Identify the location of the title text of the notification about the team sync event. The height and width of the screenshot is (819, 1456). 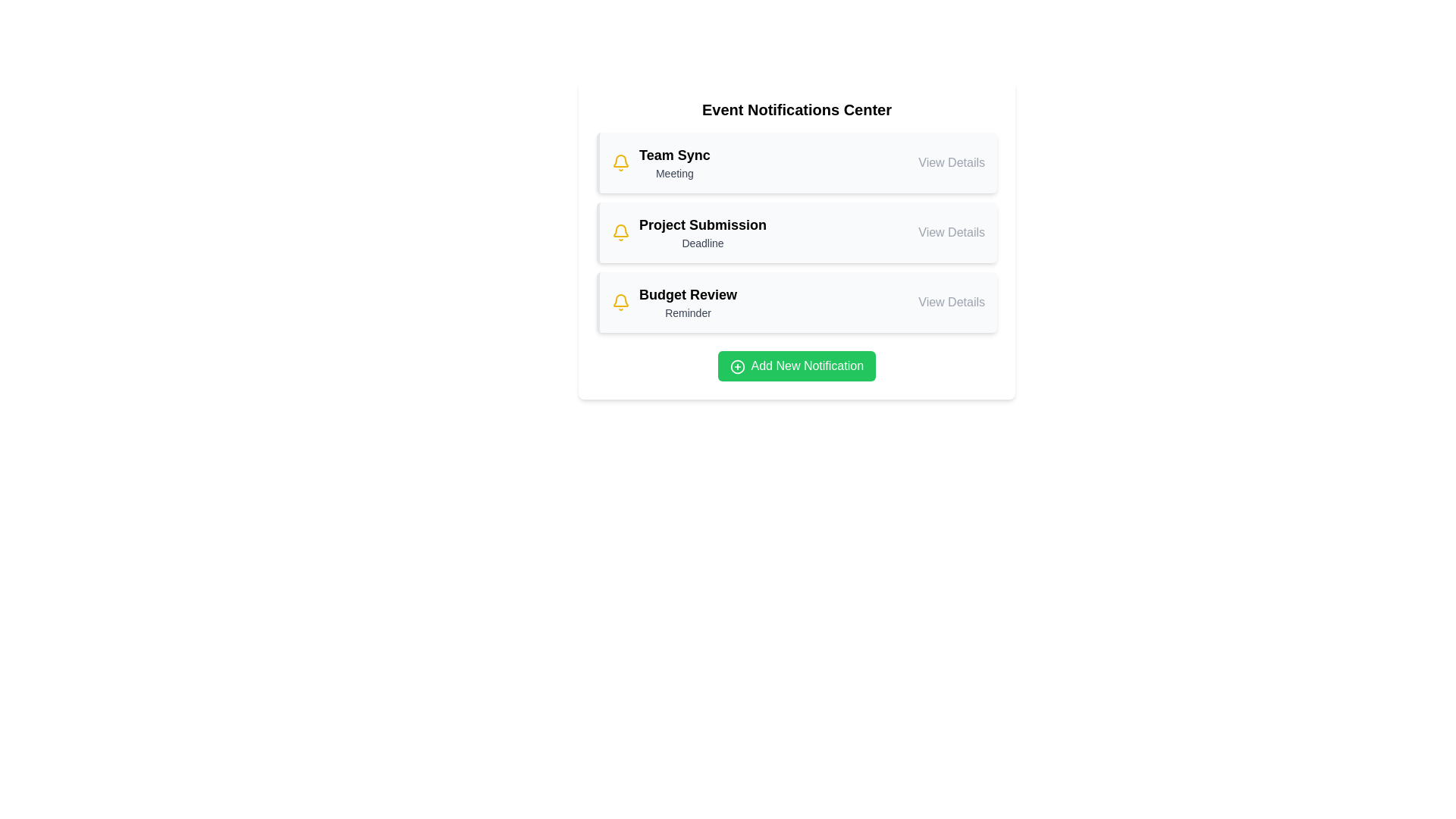
(673, 155).